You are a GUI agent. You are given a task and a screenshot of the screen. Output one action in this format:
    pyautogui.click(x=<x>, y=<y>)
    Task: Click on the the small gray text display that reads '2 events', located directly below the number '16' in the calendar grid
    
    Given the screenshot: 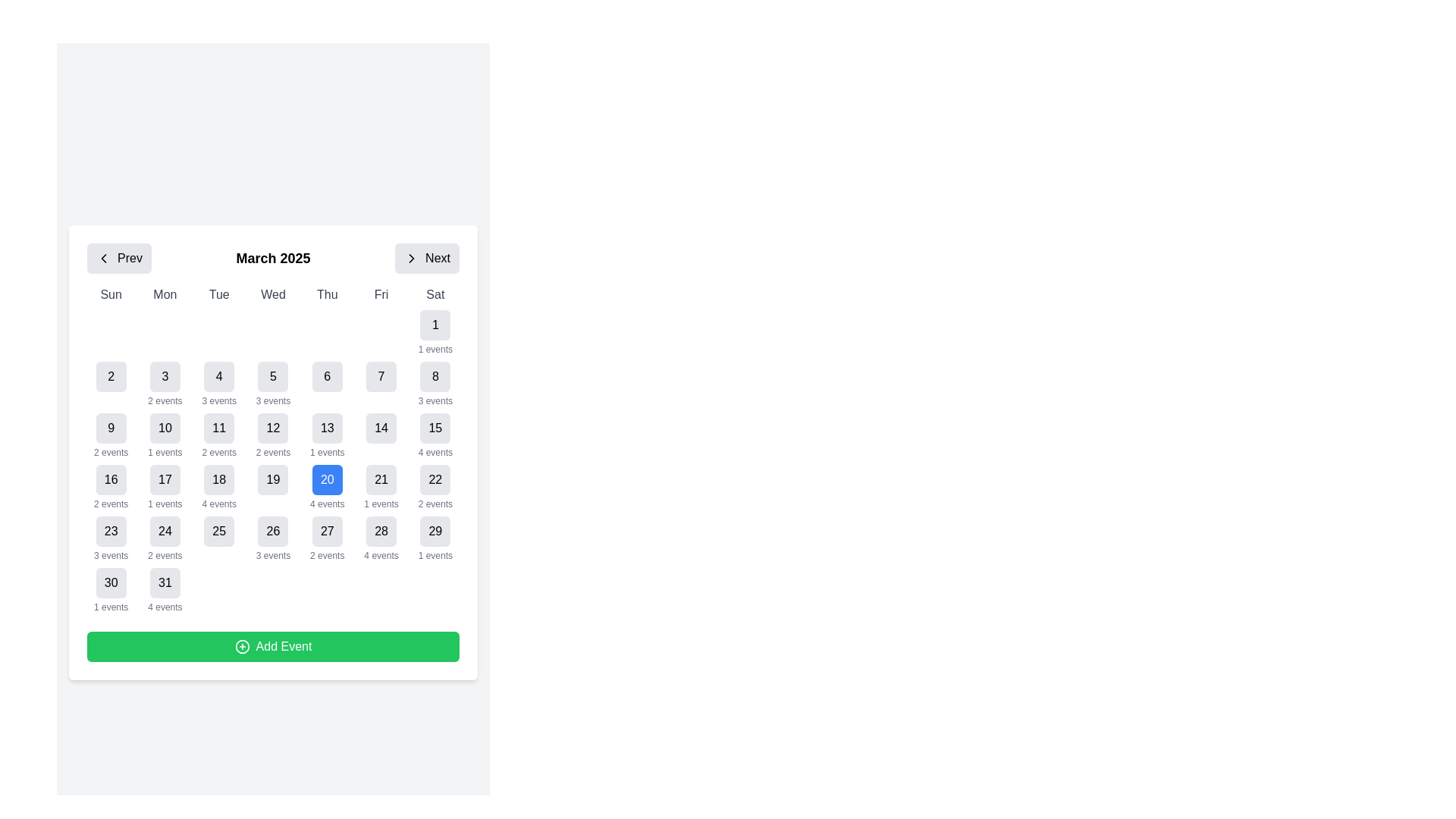 What is the action you would take?
    pyautogui.click(x=110, y=504)
    